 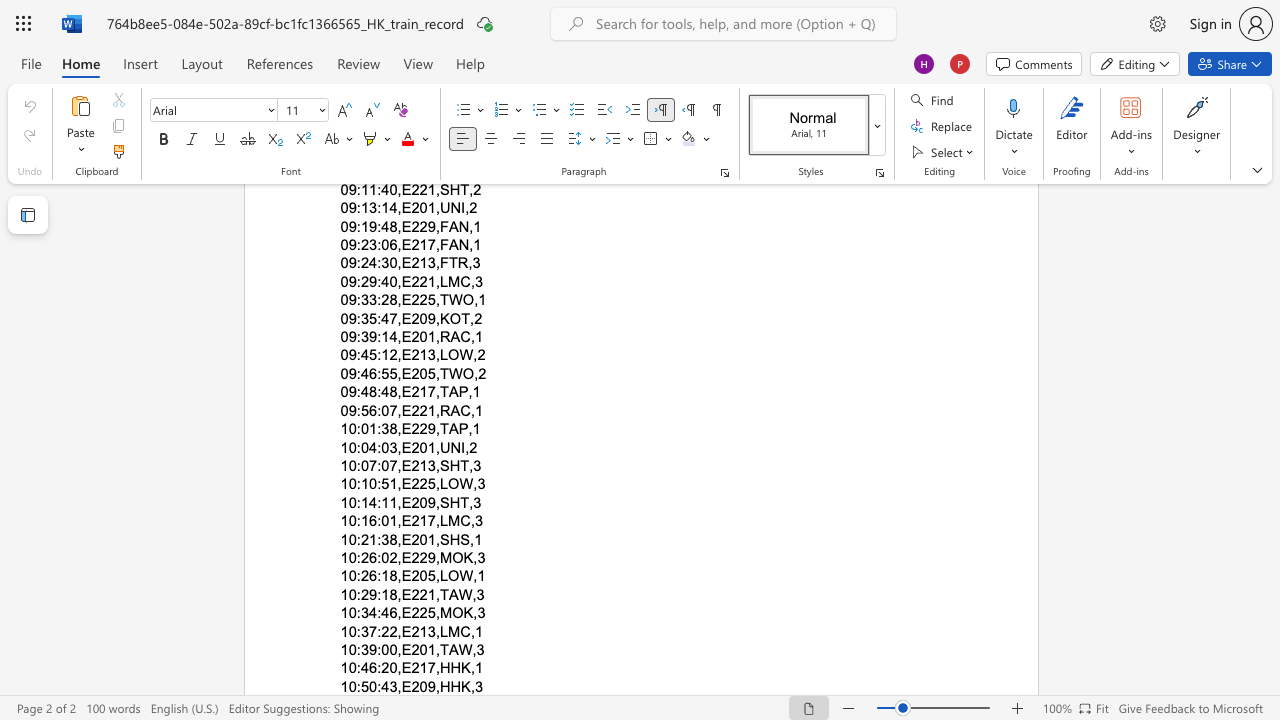 I want to click on the subset text "50:" within the text "10:50:43,E209,HHK,3", so click(x=360, y=685).